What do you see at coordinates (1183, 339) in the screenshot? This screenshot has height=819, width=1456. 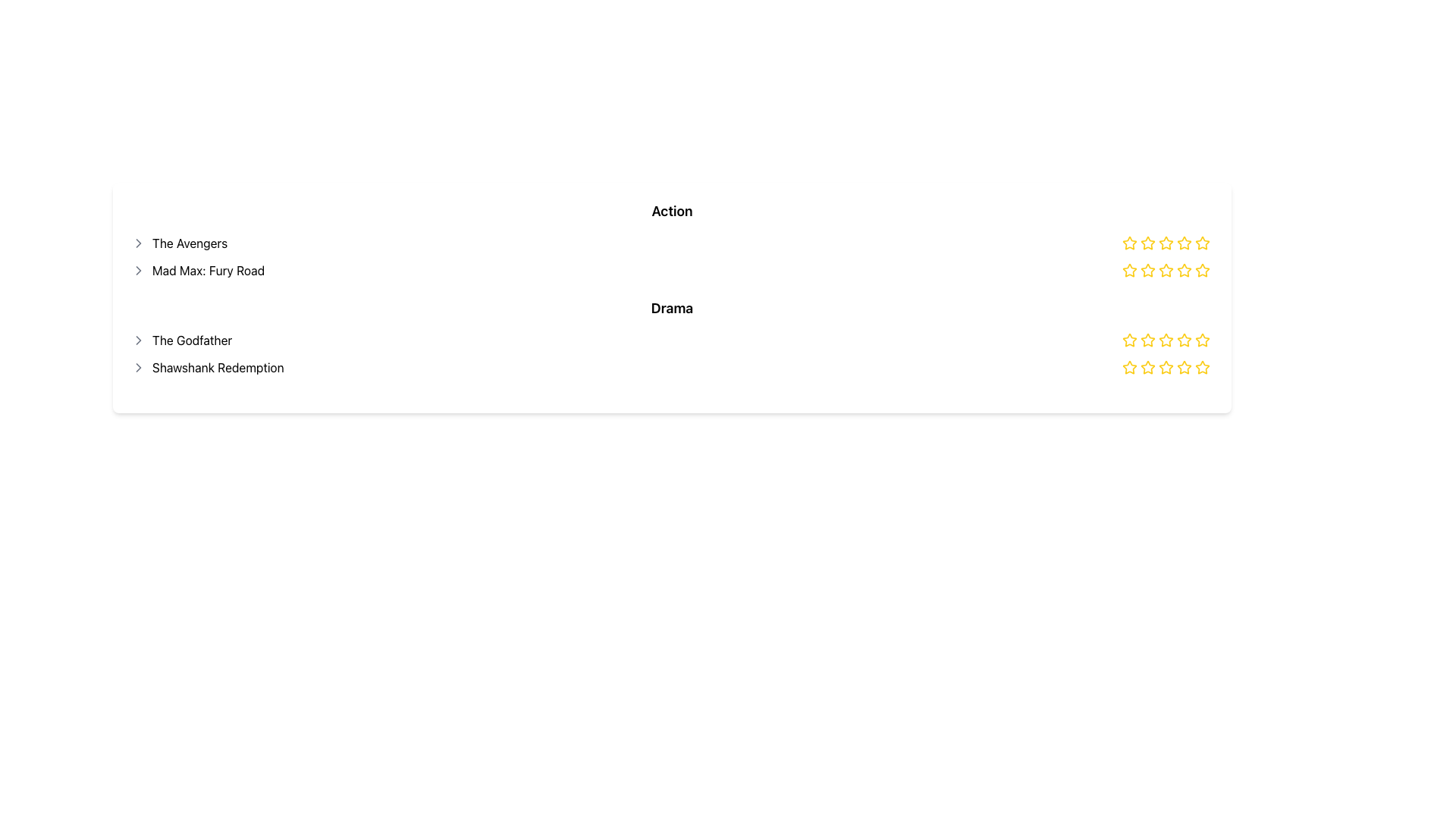 I see `the 5th star icon on the right side of the interface to rate the movie with 5 stars` at bounding box center [1183, 339].